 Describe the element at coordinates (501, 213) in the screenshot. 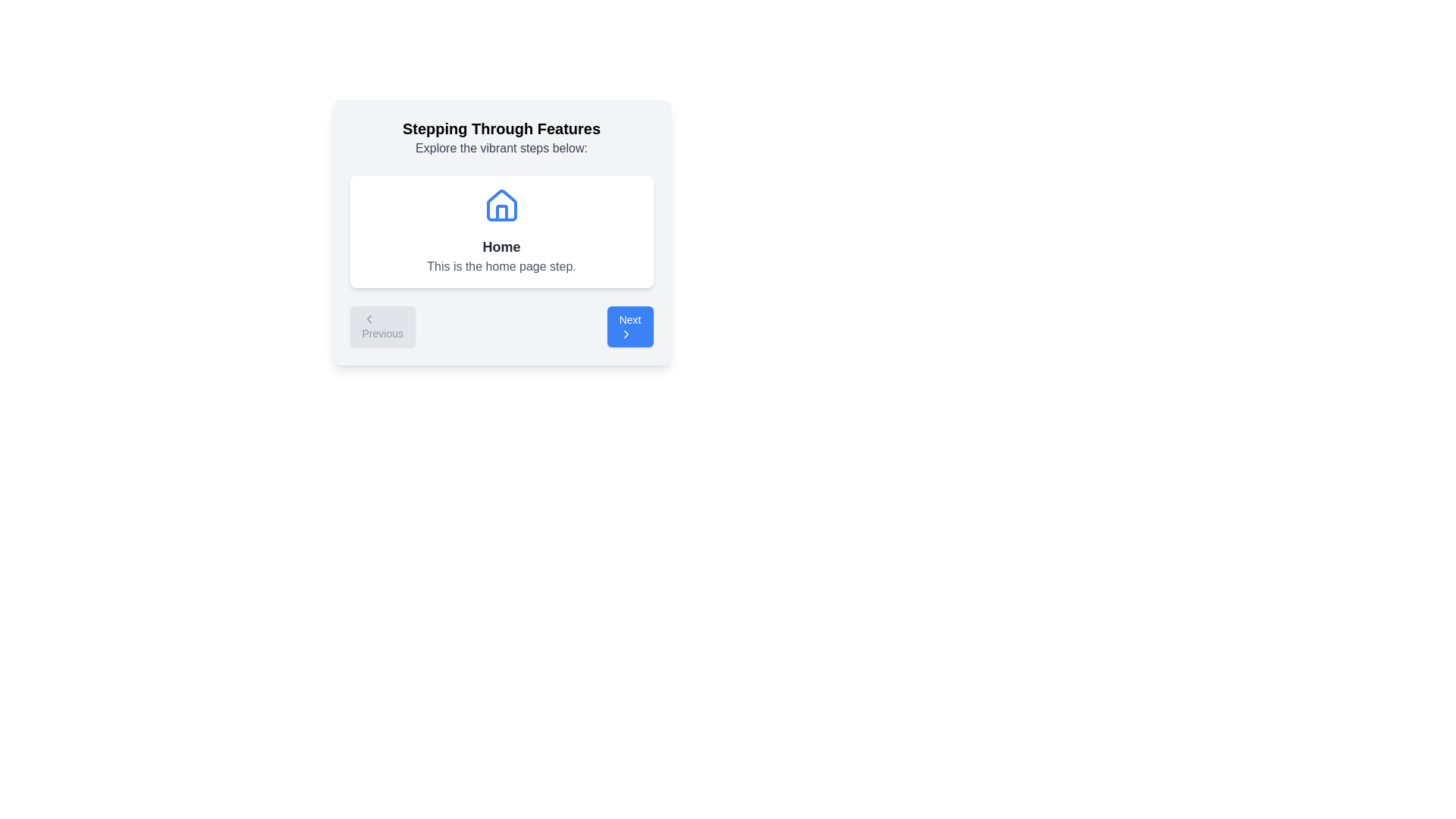

I see `the small graphical representation of a door within the house icon, which is outlined with a blue stroke and positioned above the 'Home' text` at that location.